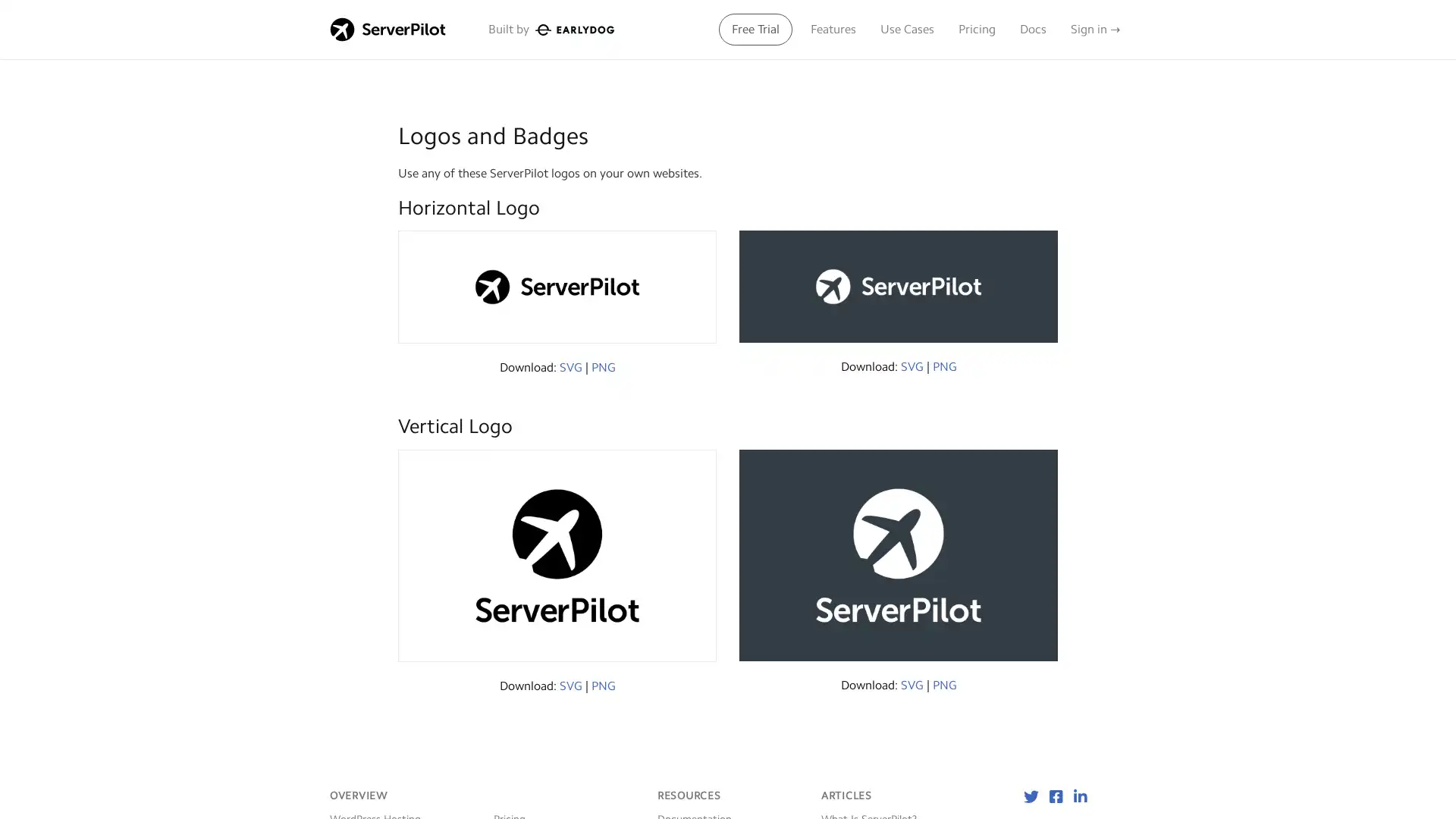  What do you see at coordinates (977, 29) in the screenshot?
I see `Pricing` at bounding box center [977, 29].